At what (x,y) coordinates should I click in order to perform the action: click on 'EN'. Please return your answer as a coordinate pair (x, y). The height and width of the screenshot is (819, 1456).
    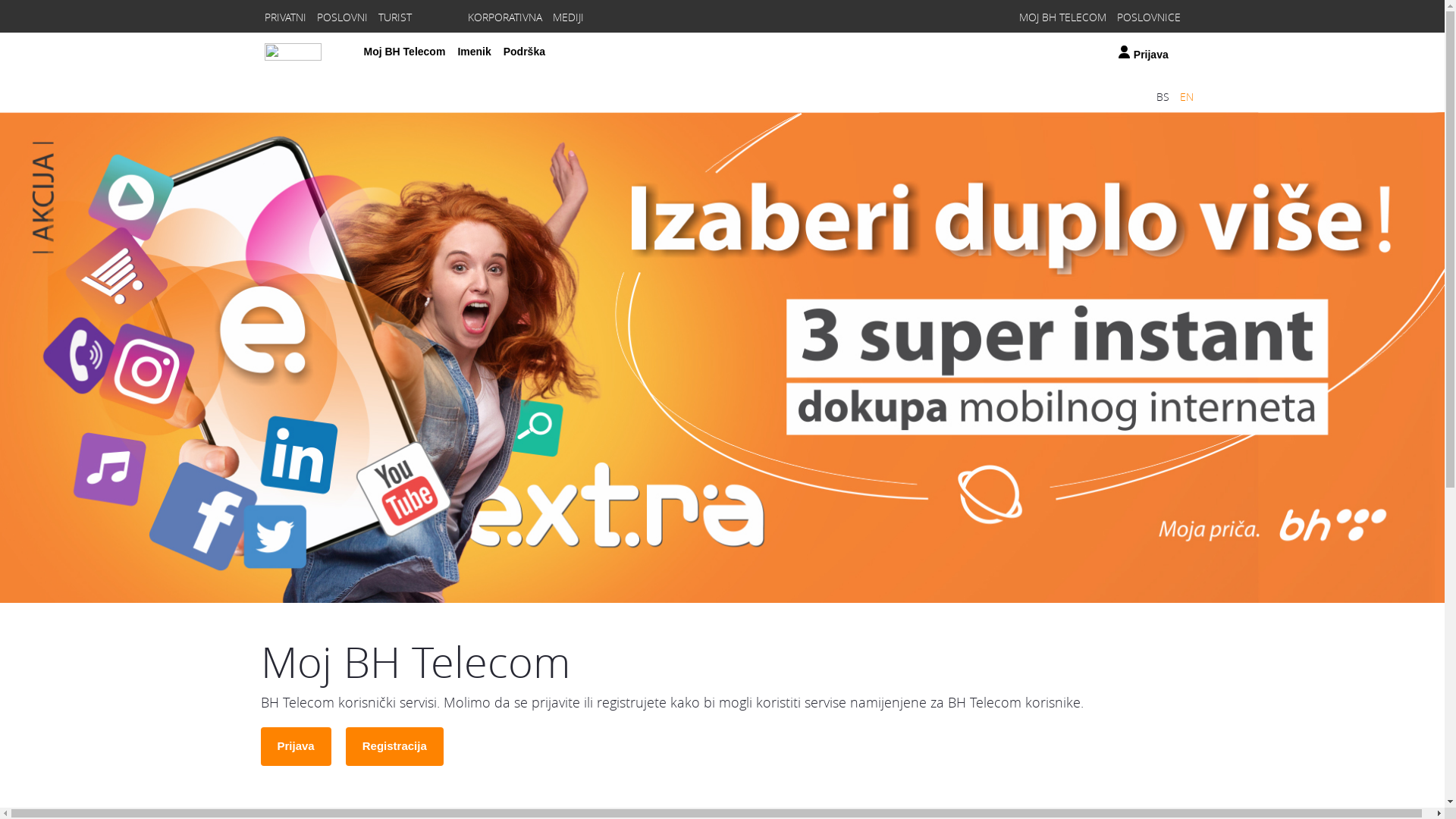
    Looking at the image, I should click on (1185, 96).